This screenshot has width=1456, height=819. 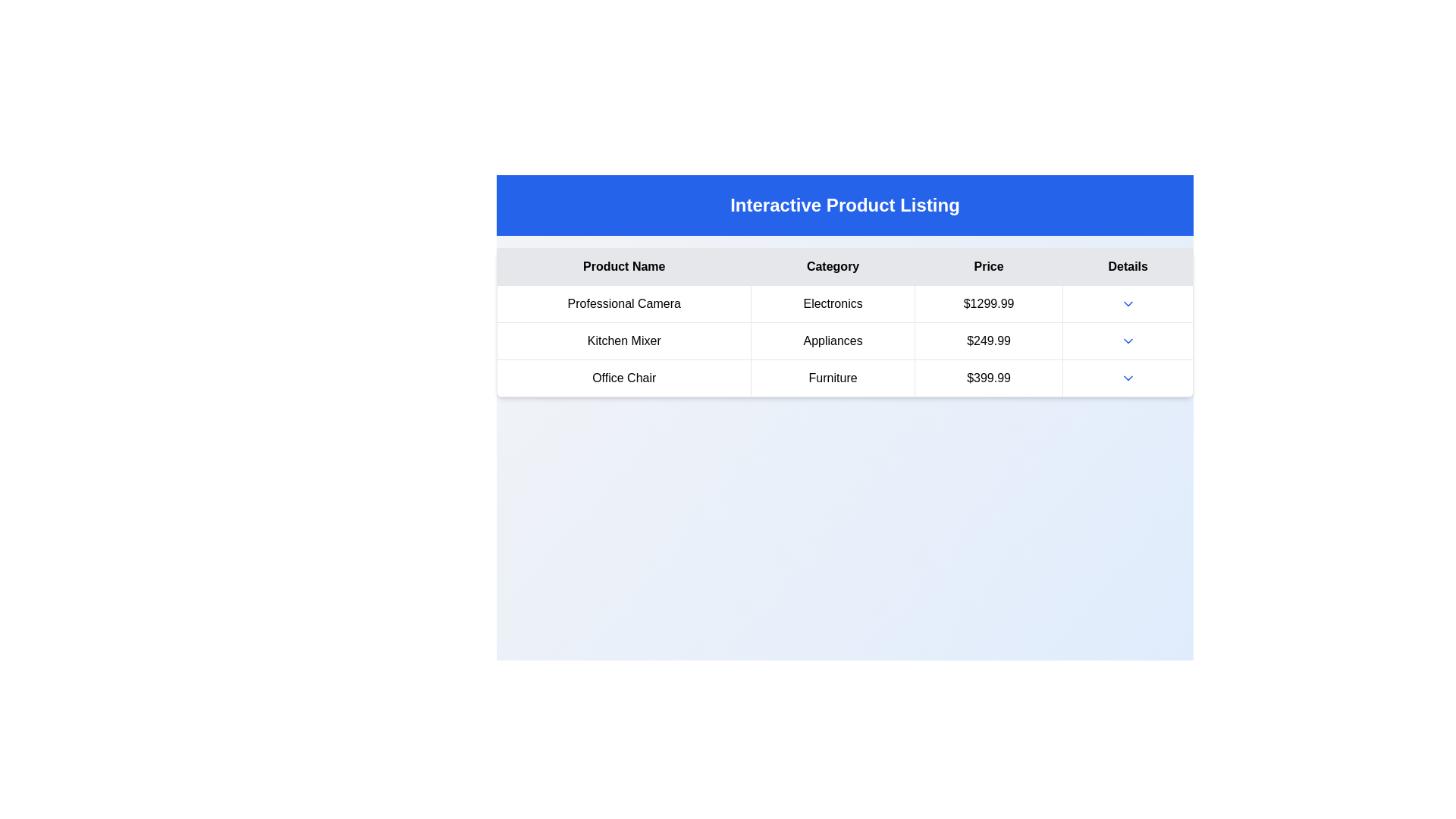 What do you see at coordinates (989, 341) in the screenshot?
I see `the price label displaying '$249.99' in the second row of the product listing table, which is the third cell in that row` at bounding box center [989, 341].